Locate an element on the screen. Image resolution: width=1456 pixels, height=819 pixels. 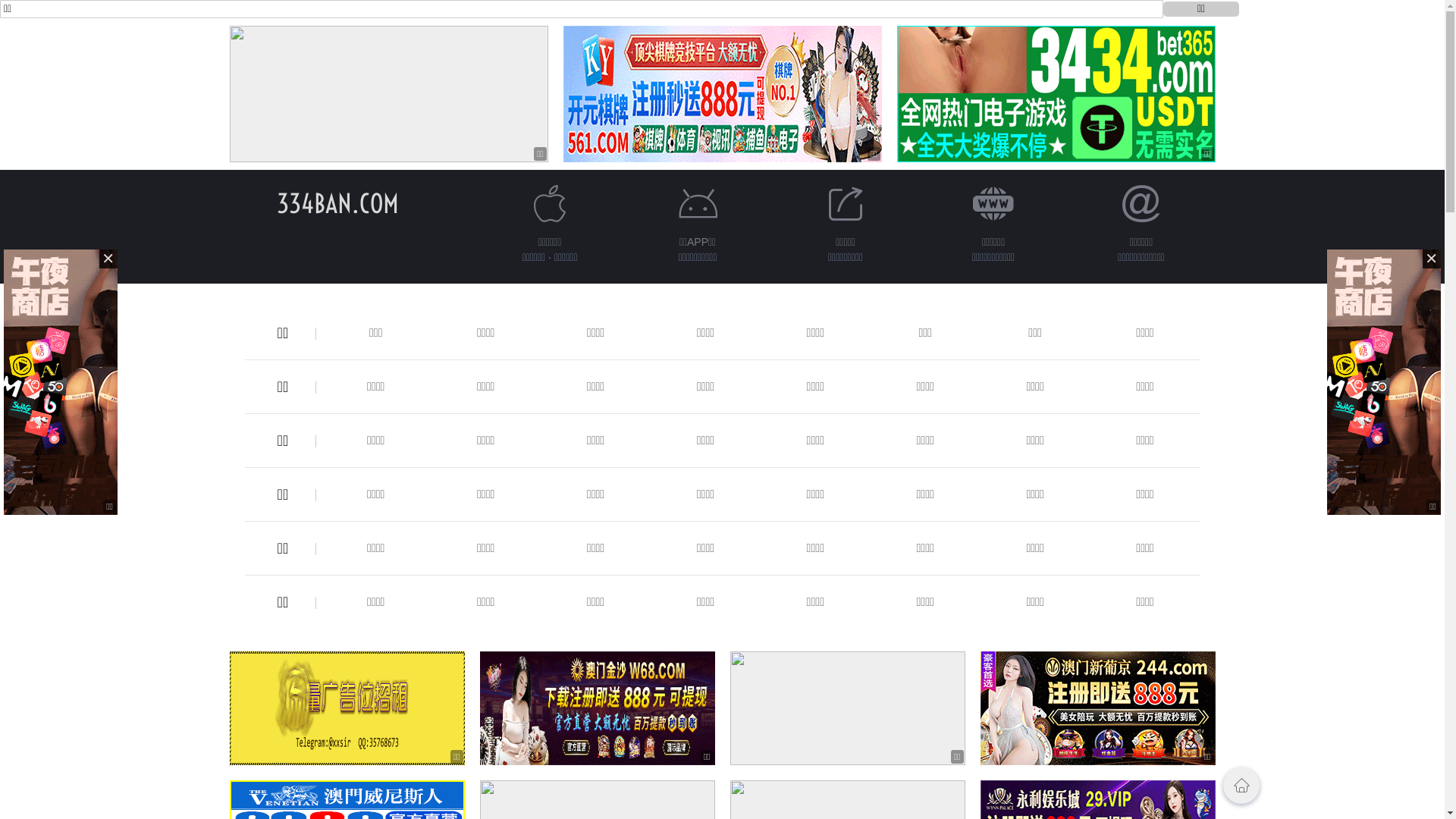
'334BAN.COM' is located at coordinates (276, 202).